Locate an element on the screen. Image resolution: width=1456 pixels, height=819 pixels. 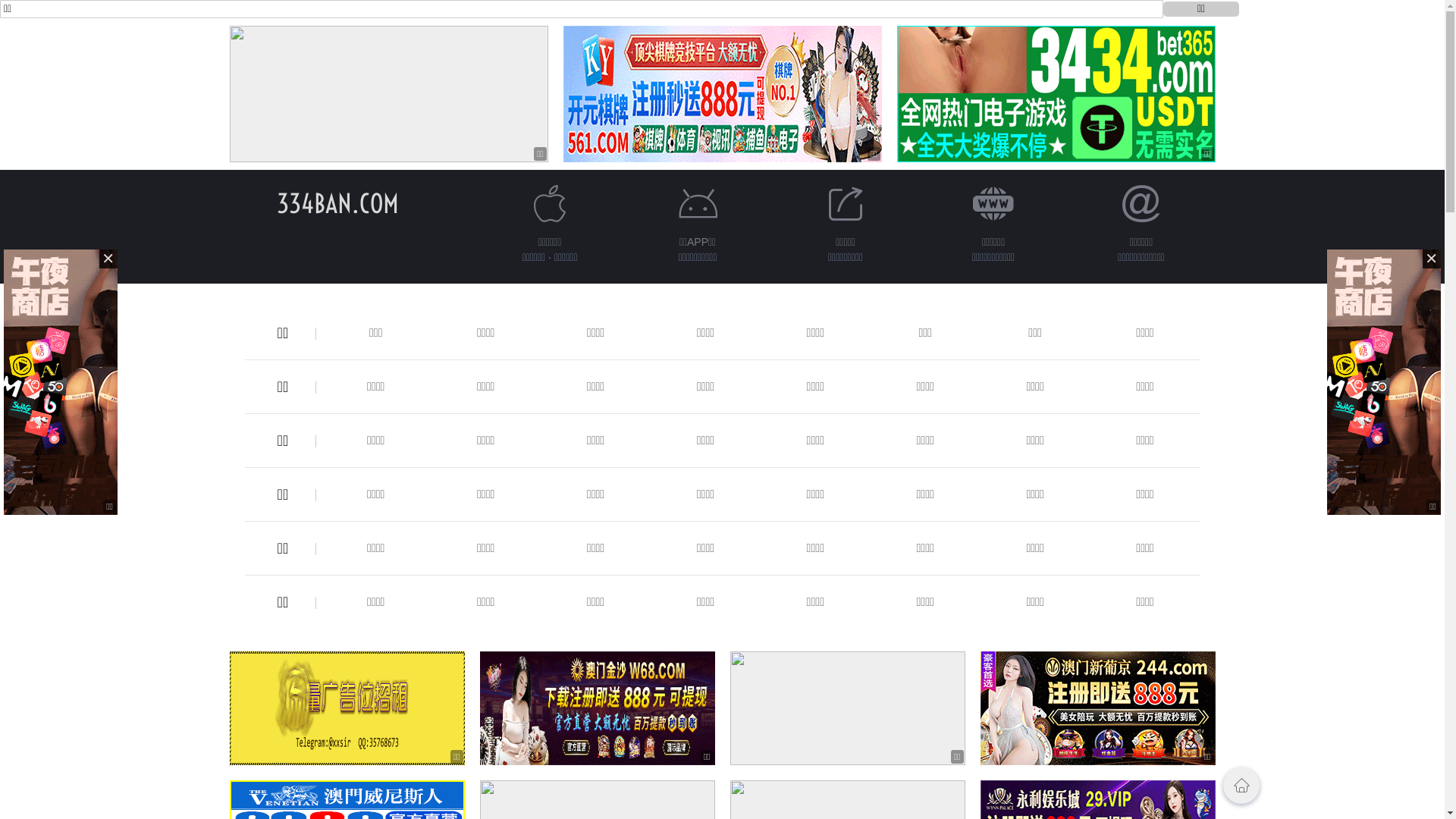
'334BAN.COM' is located at coordinates (276, 202).